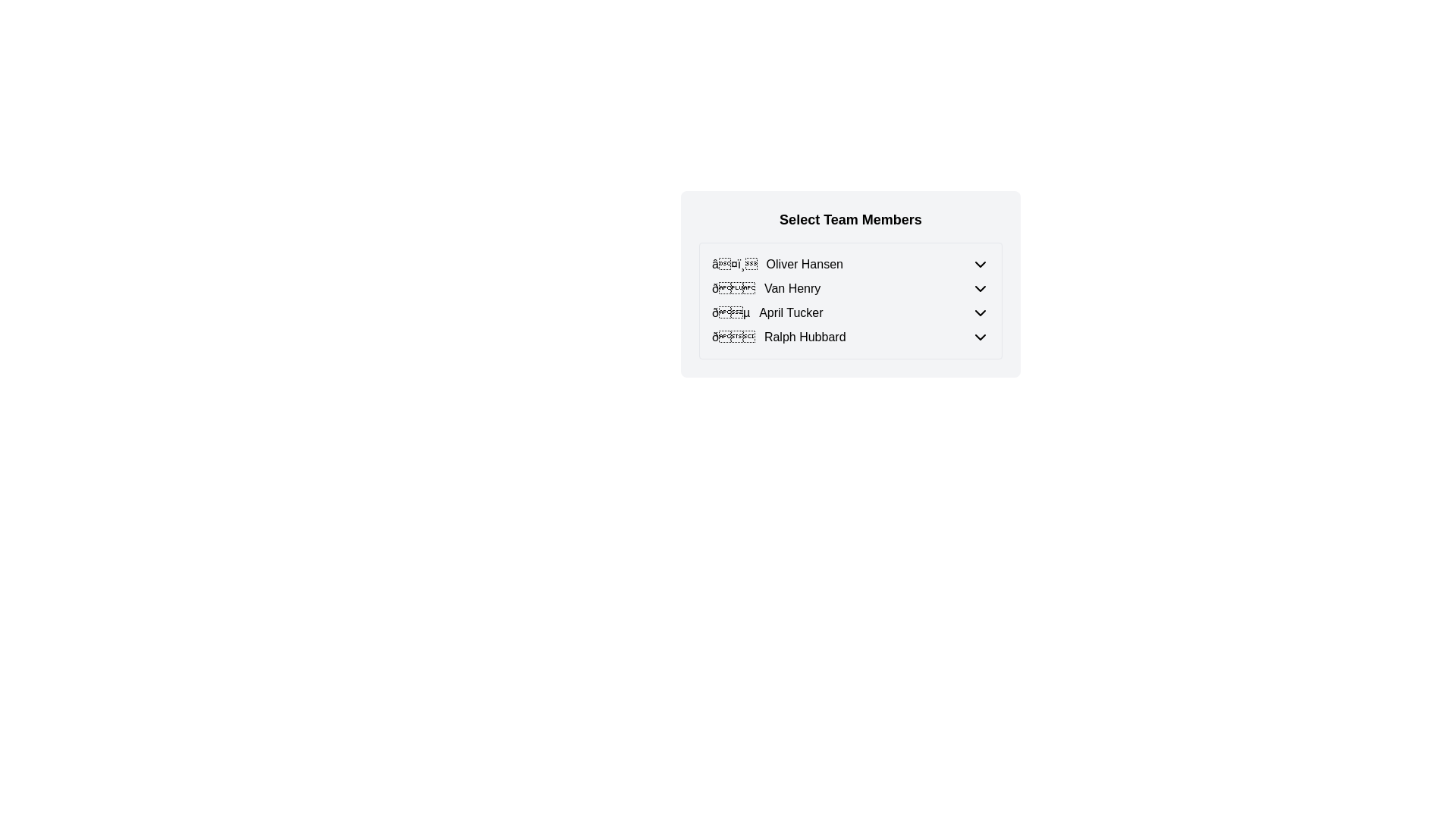 This screenshot has height=819, width=1456. I want to click on the first item in the 'Select Team Members' list to highlight or select the team member's name, so click(777, 263).